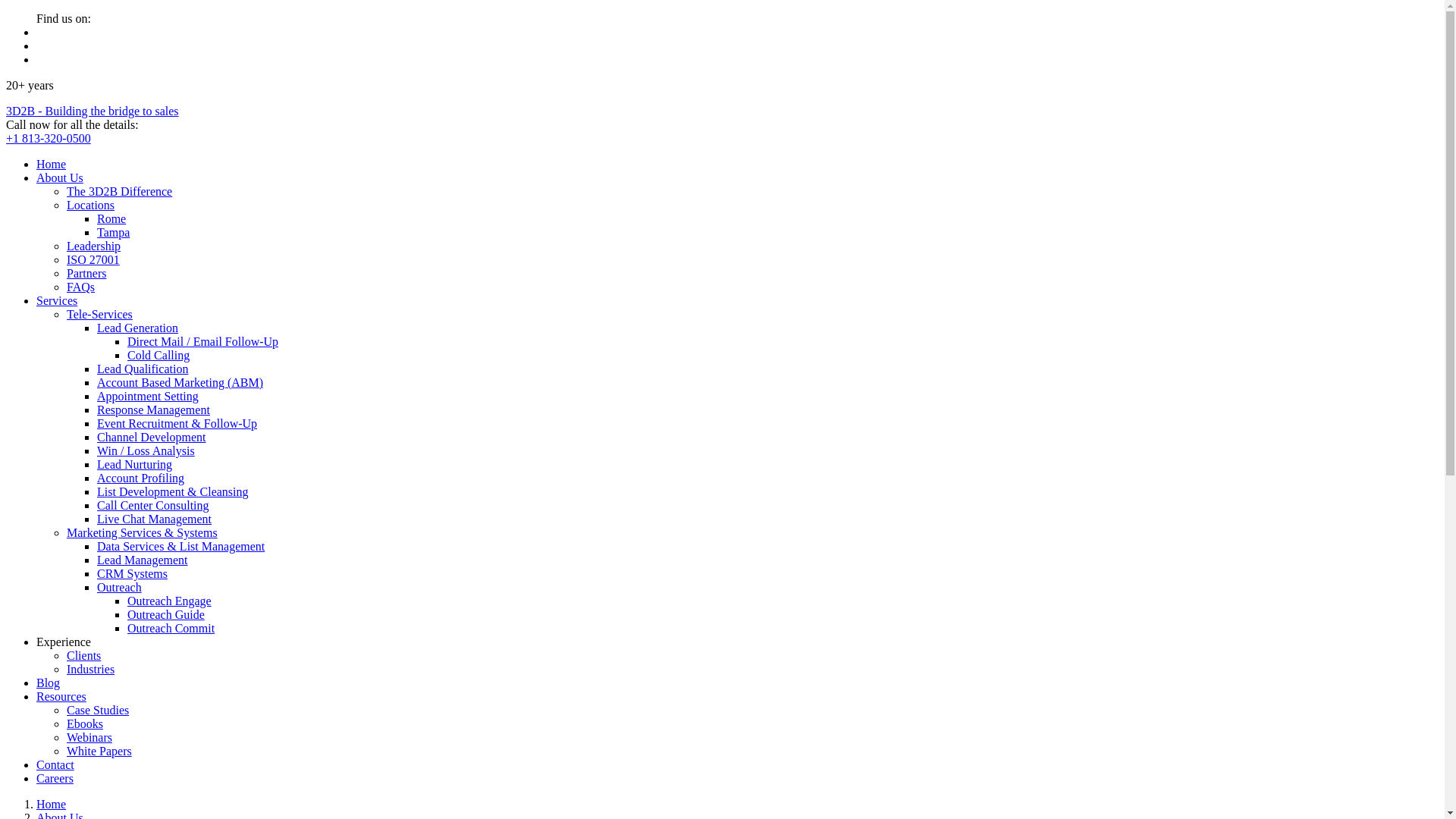  I want to click on 'Locations', so click(89, 205).